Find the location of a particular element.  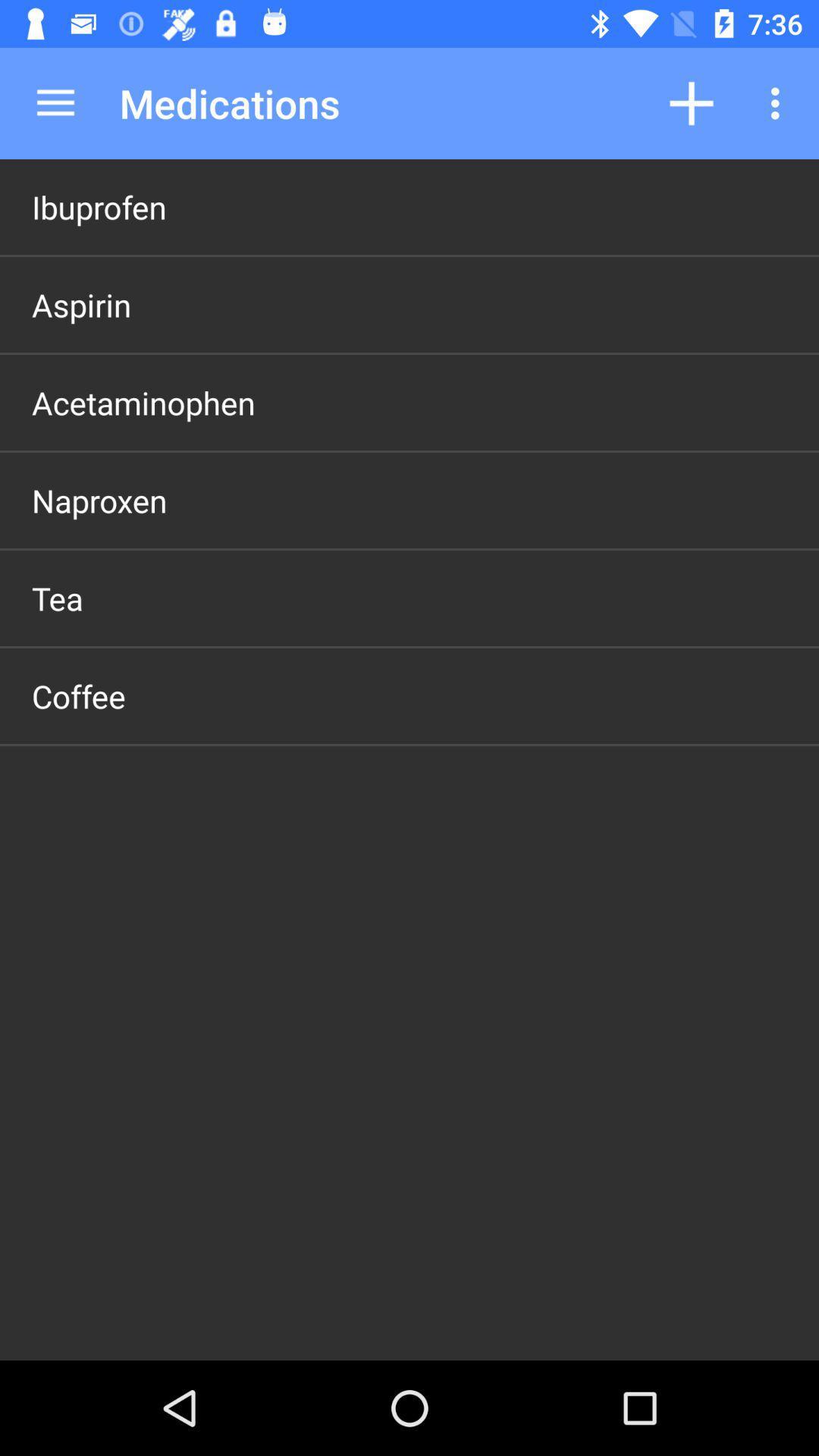

the tea is located at coordinates (56, 597).